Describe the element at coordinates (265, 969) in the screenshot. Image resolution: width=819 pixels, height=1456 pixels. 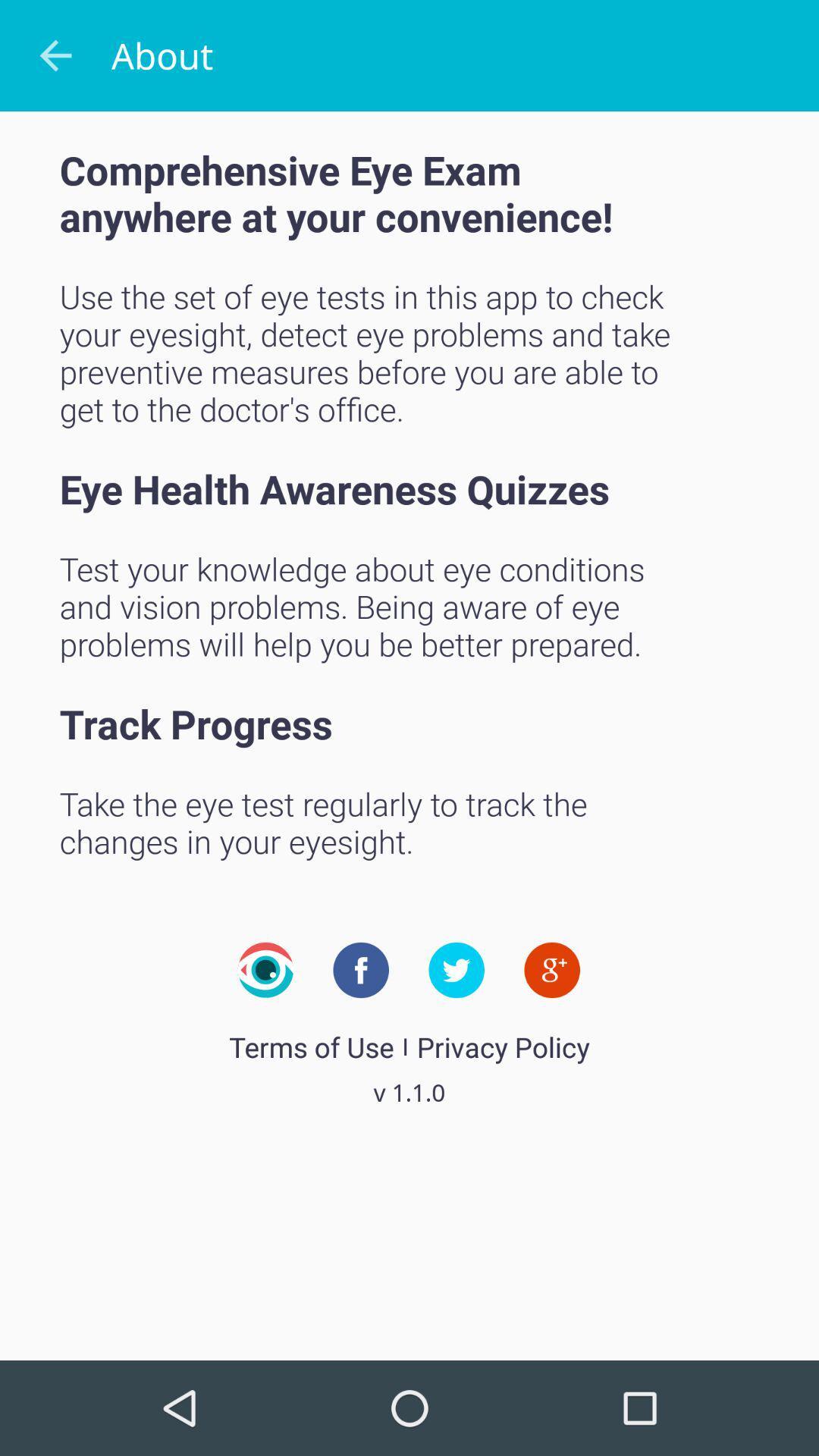
I see `item below the take the eye icon` at that location.